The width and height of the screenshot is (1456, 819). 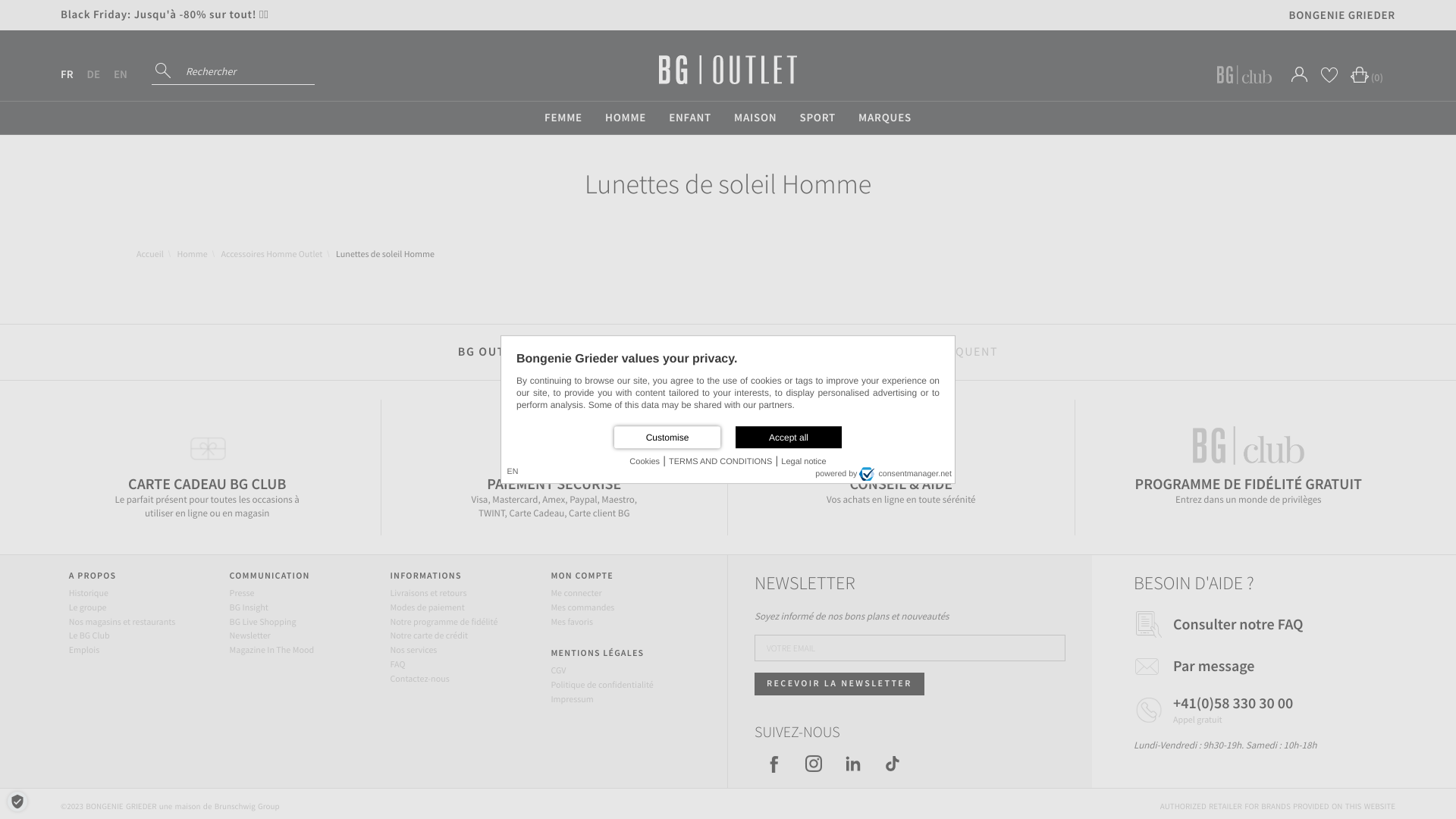 I want to click on 'BONGENIE GRIEDER', so click(x=1342, y=14).